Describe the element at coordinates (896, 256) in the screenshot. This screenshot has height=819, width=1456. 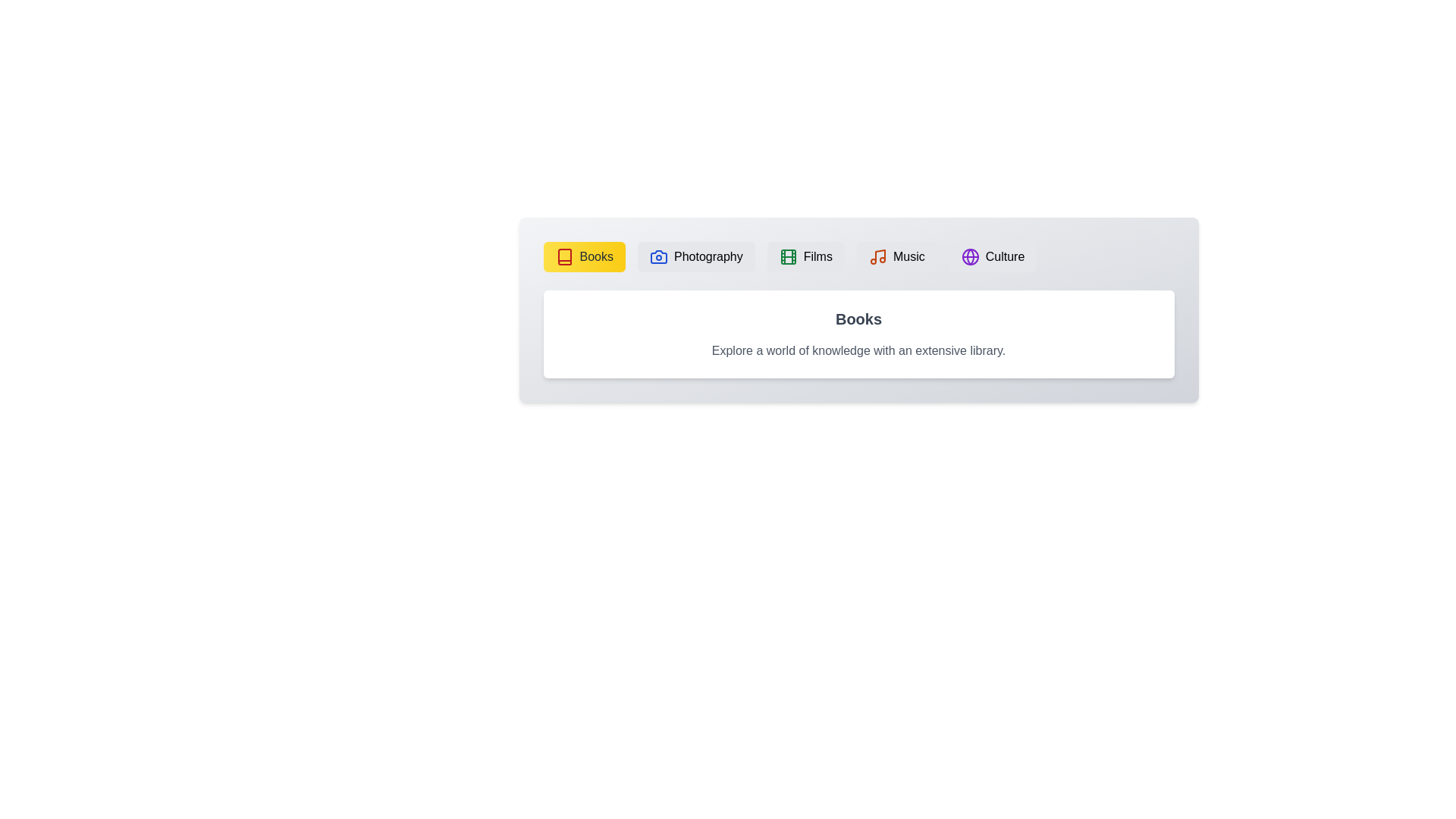
I see `the tab labeled Music` at that location.